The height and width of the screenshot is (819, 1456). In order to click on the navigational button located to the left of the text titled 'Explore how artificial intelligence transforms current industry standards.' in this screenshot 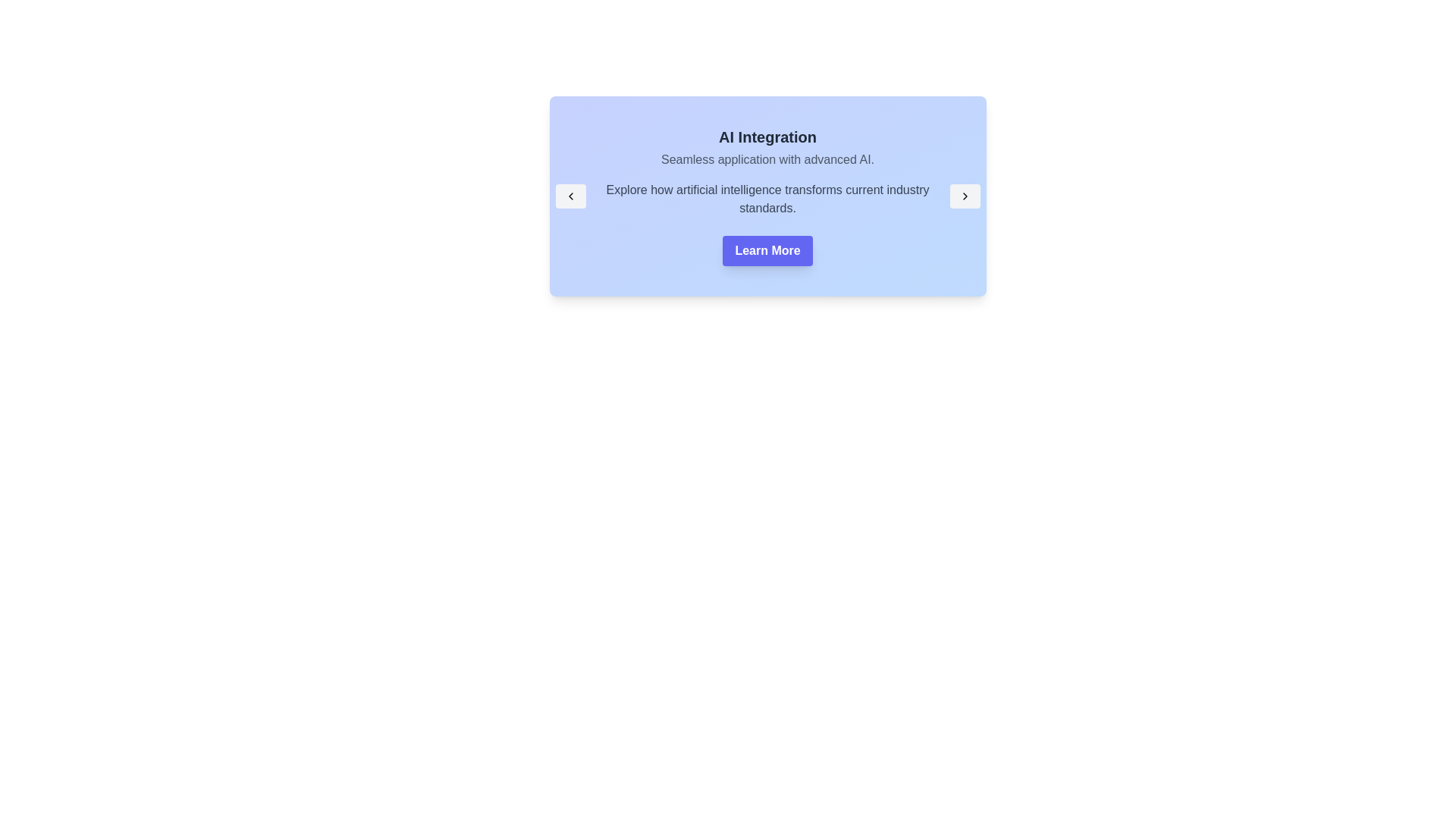, I will do `click(570, 195)`.